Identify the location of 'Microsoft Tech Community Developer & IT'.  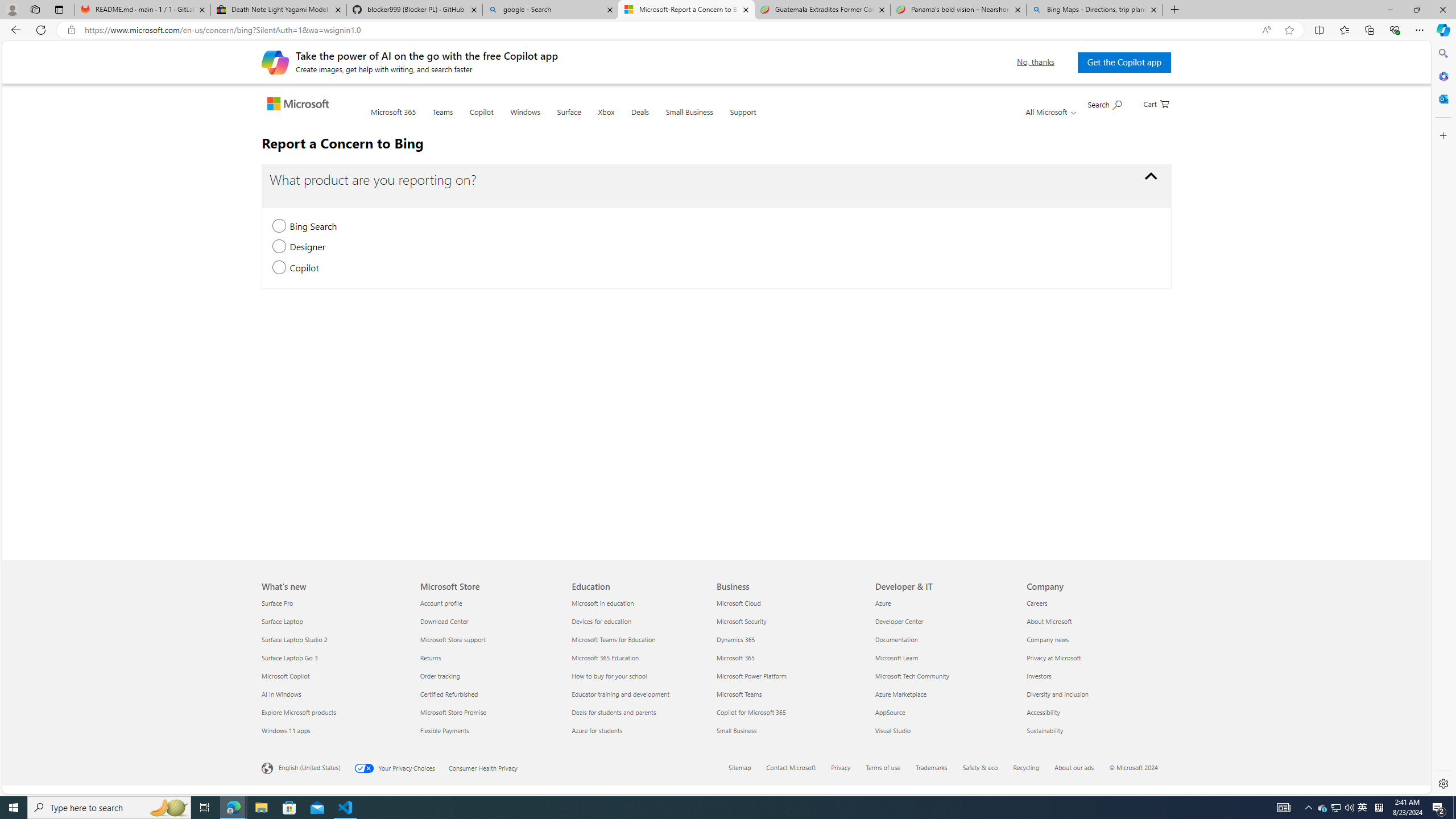
(911, 675).